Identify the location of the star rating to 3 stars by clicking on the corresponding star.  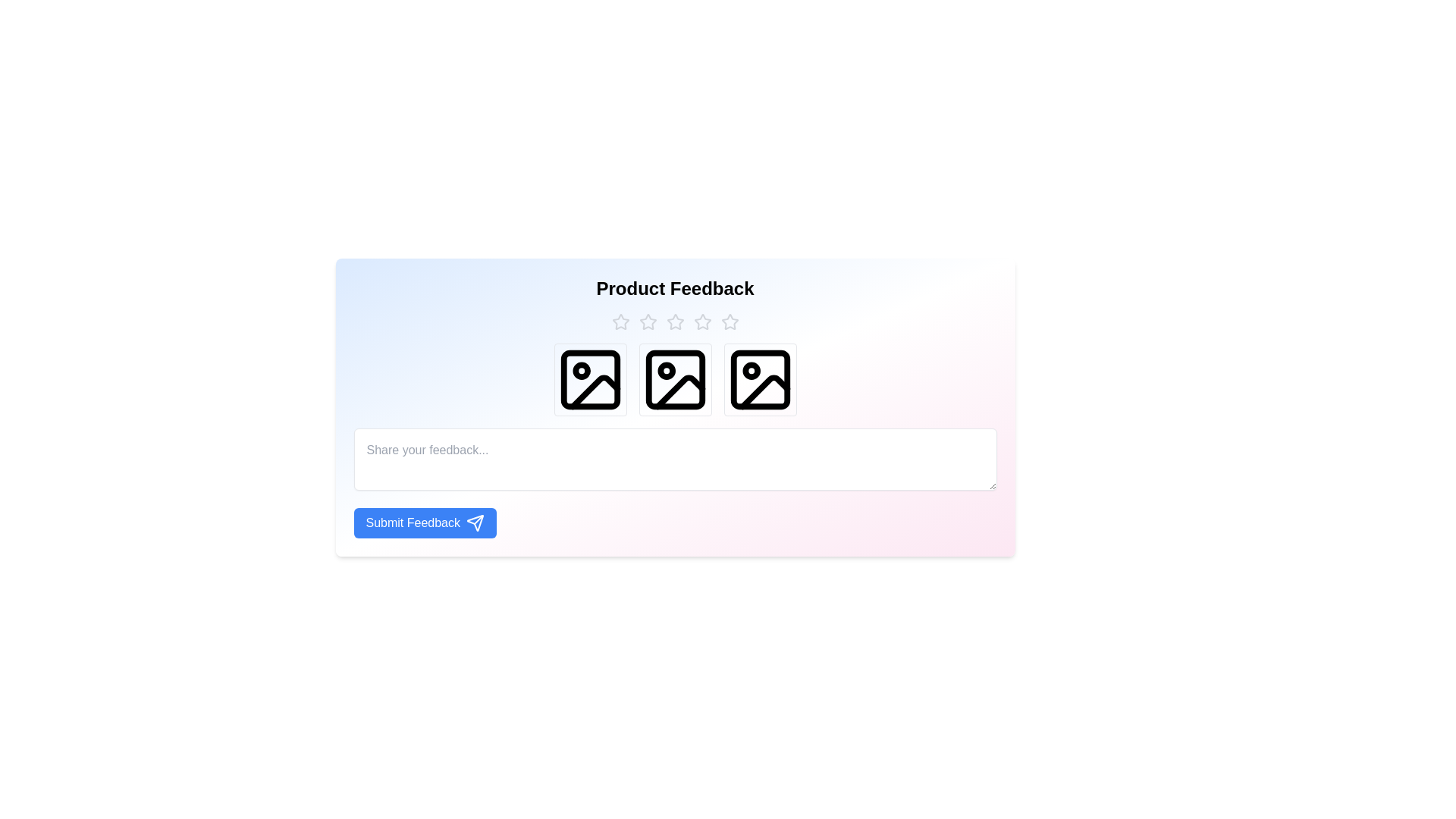
(674, 321).